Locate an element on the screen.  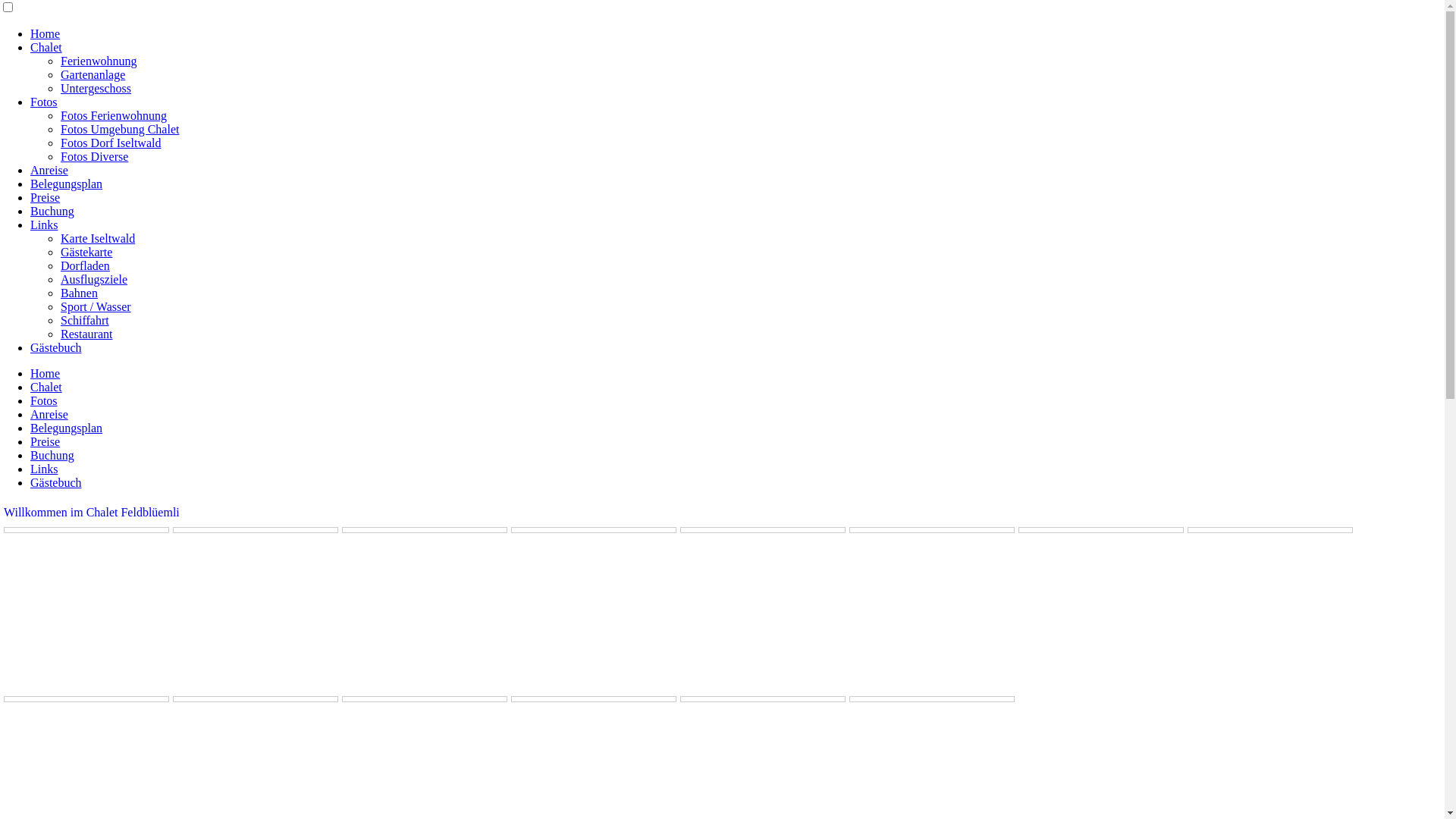
'Fotos Diverse' is located at coordinates (93, 156).